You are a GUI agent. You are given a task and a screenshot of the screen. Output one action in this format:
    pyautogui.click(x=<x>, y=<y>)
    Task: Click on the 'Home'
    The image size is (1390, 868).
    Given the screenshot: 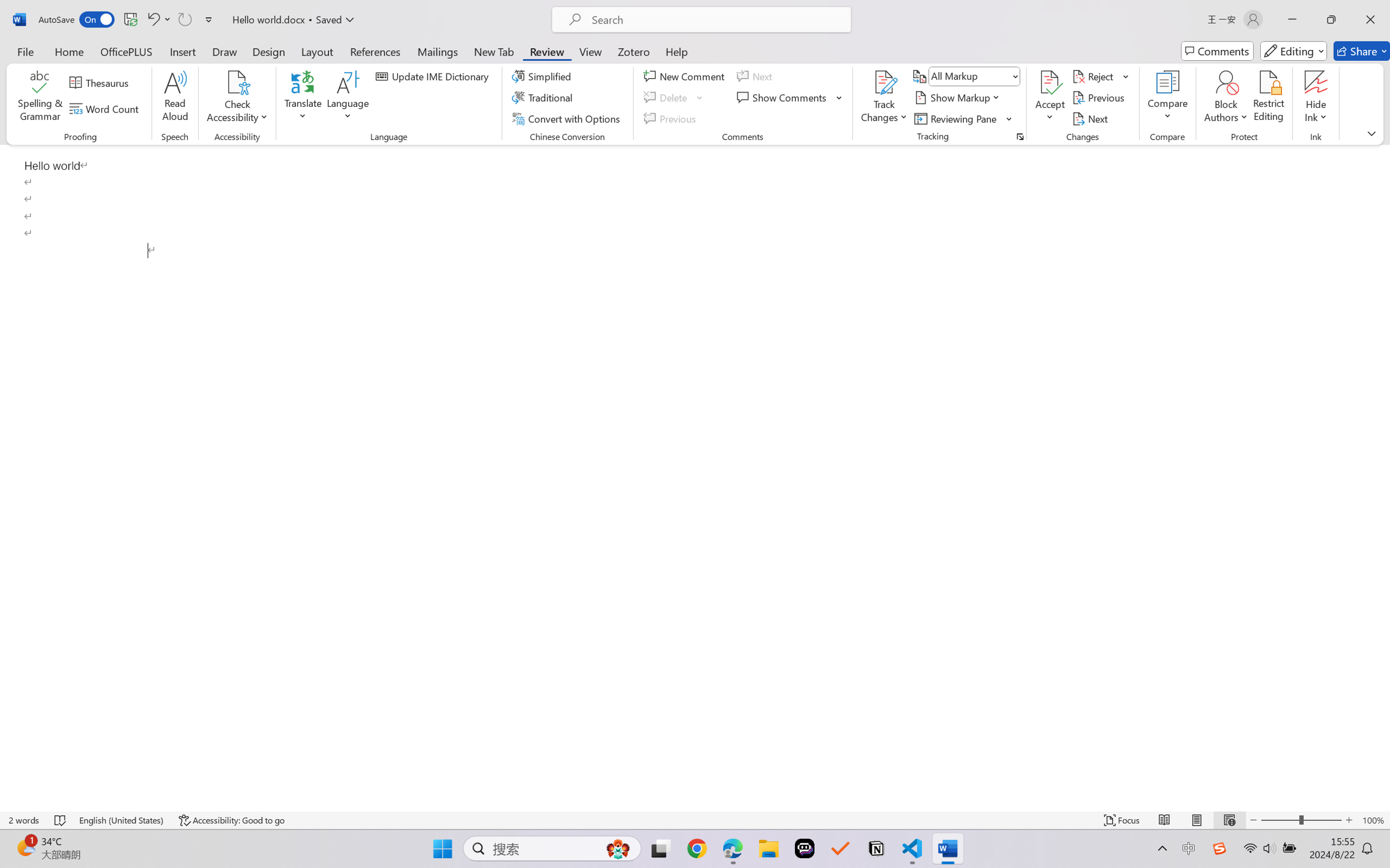 What is the action you would take?
    pyautogui.click(x=69, y=51)
    